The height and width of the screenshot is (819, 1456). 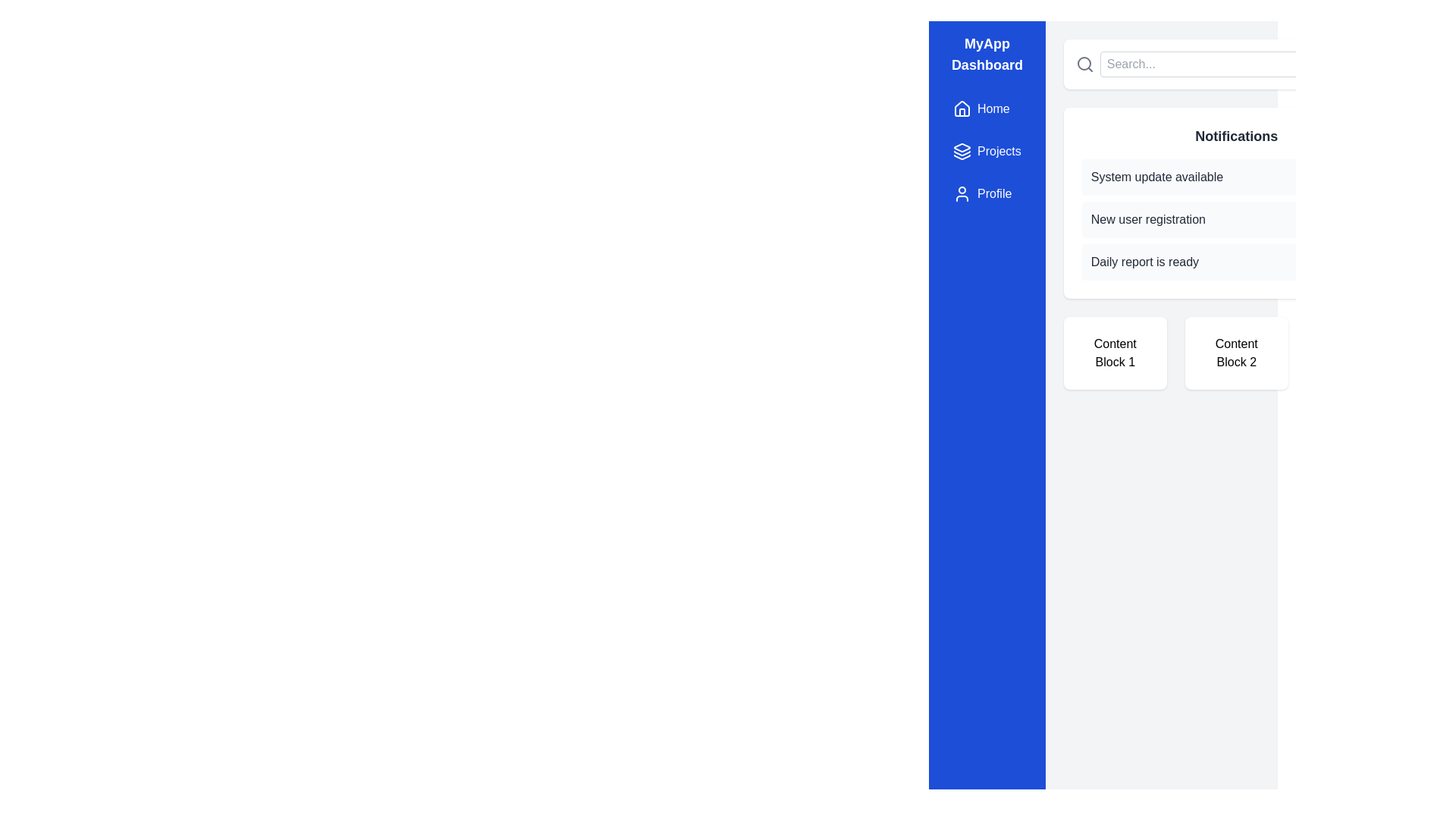 I want to click on the 'Projects' option in the Navigational menu, so click(x=987, y=152).